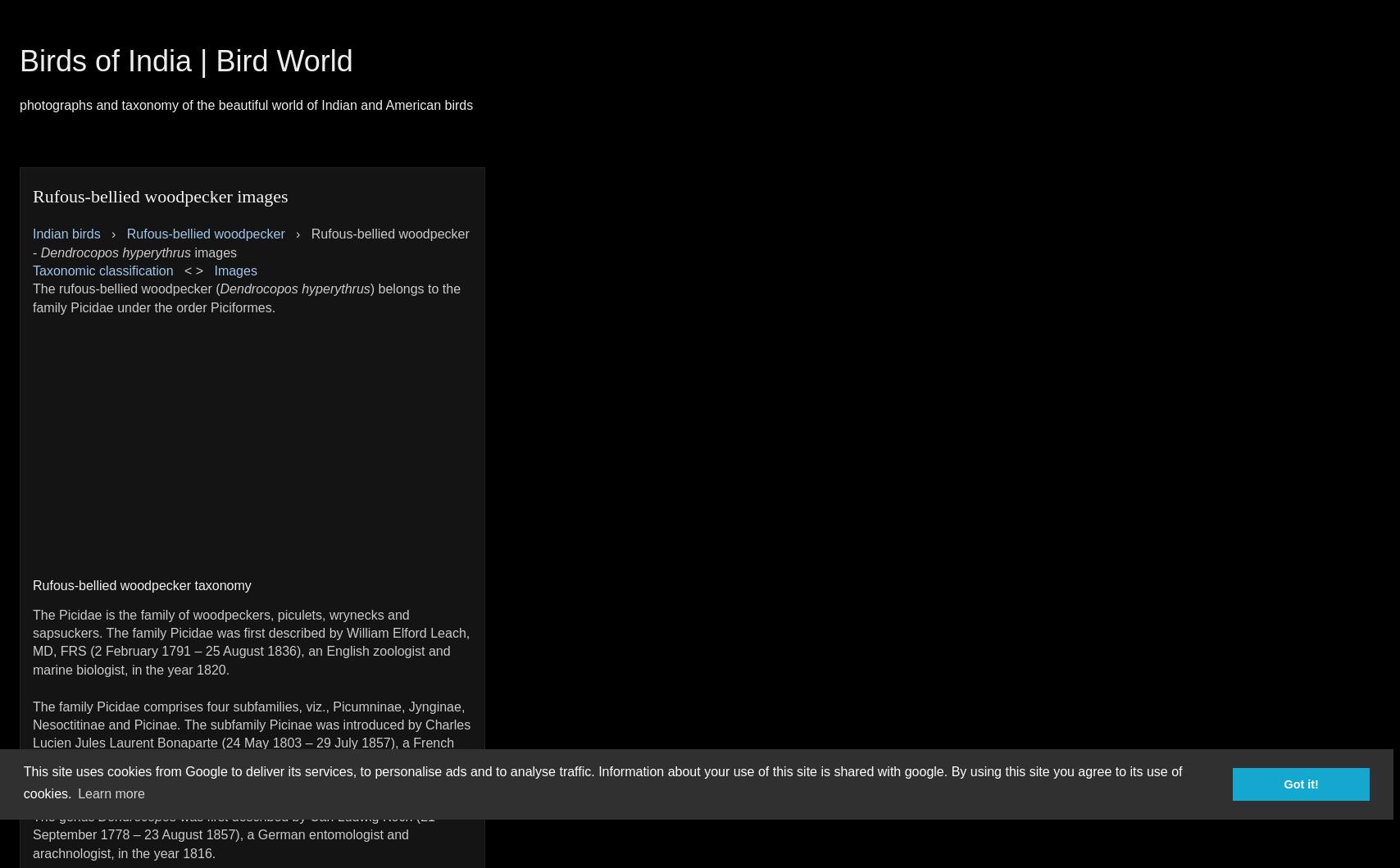 This screenshot has width=1400, height=868. What do you see at coordinates (190, 252) in the screenshot?
I see `'images'` at bounding box center [190, 252].